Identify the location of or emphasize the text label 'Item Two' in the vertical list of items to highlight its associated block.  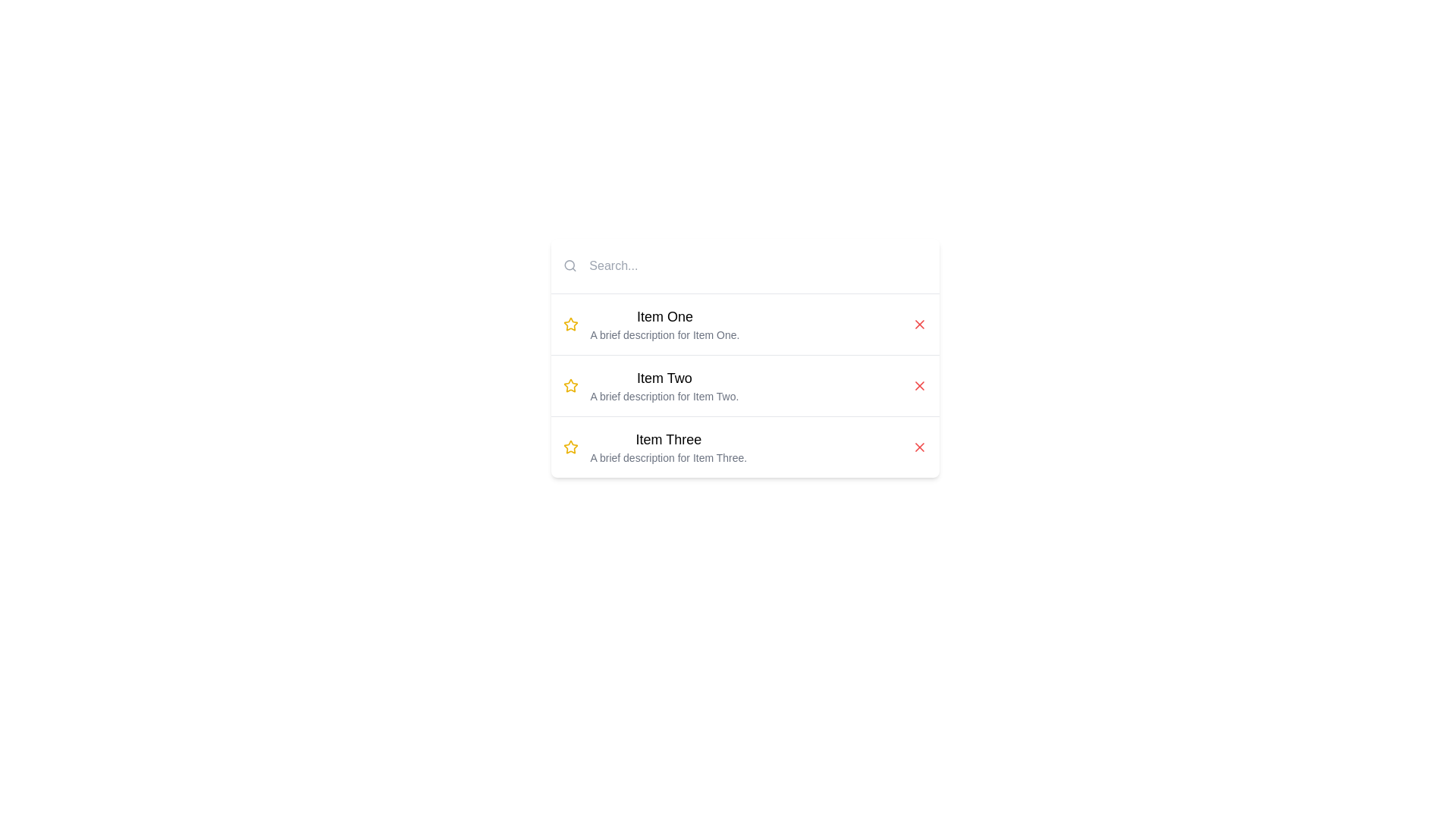
(664, 377).